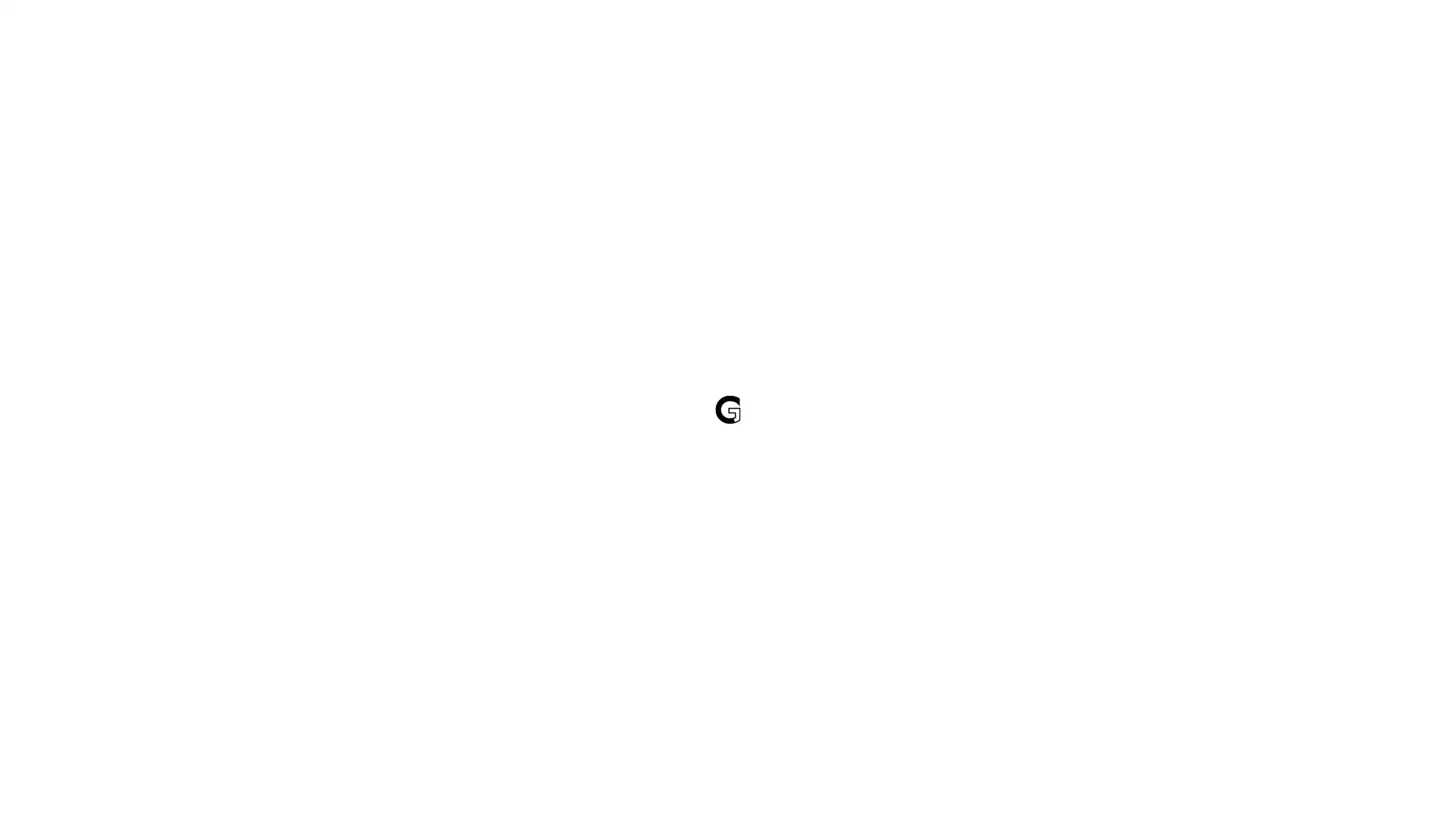 The width and height of the screenshot is (1456, 819). I want to click on Menu, so click(1371, 42).